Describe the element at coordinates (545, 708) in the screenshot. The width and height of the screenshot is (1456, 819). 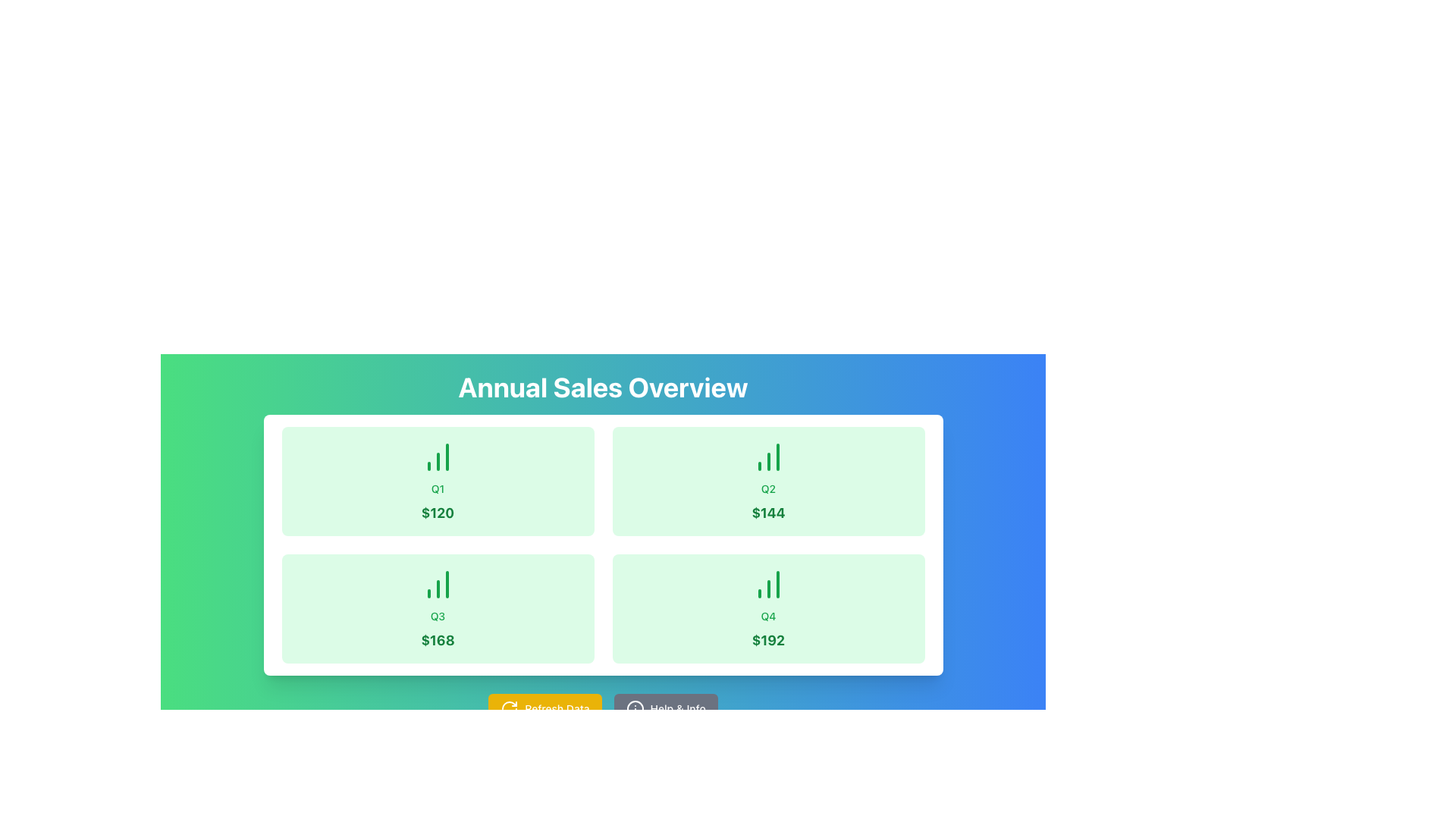
I see `the bright yellow 'Refresh Data' button with rounded corners and a circular arrow icon, located towards the lower center of the interface` at that location.